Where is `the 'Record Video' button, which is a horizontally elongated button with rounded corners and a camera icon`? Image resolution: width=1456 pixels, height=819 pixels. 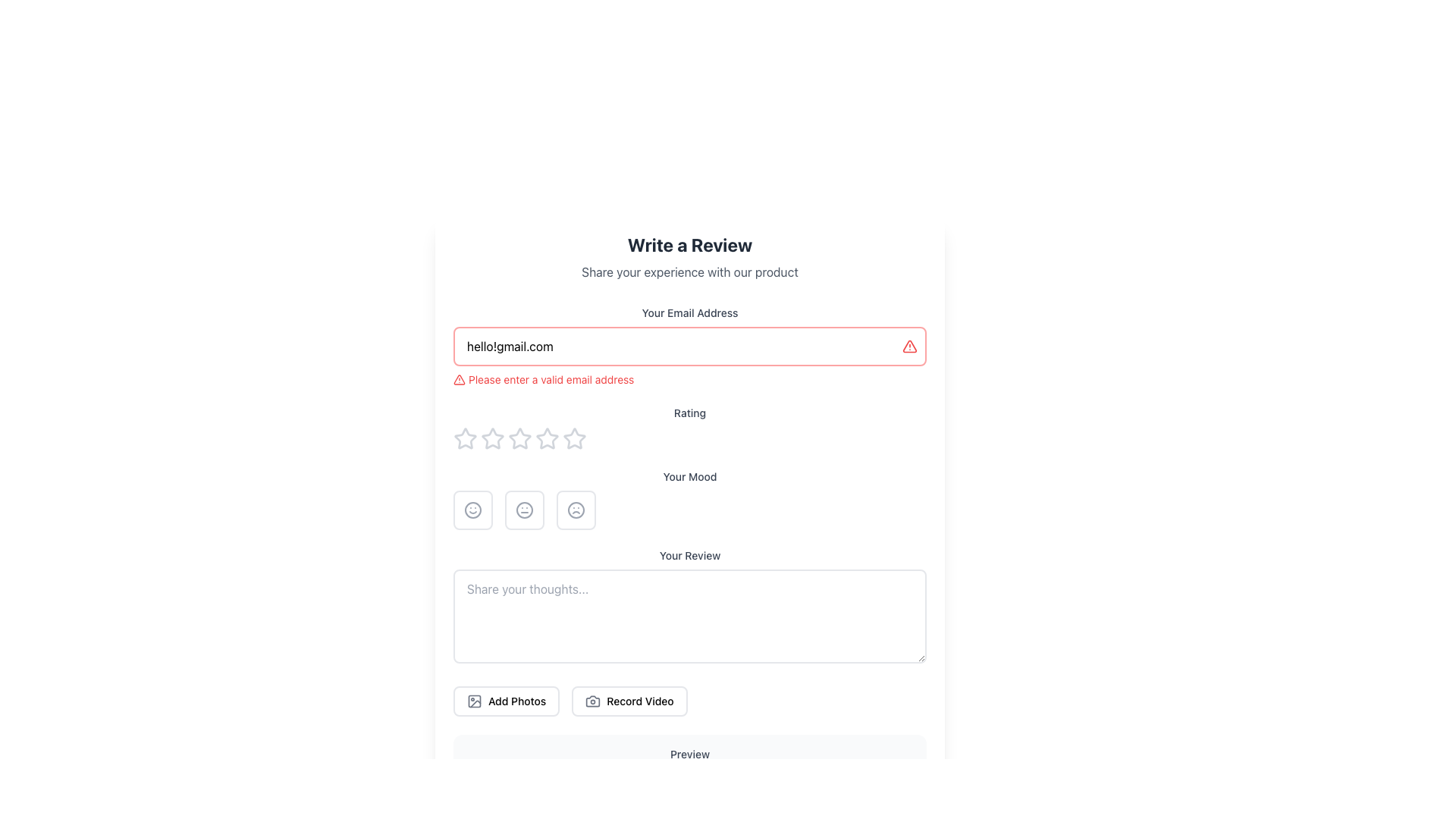 the 'Record Video' button, which is a horizontally elongated button with rounded corners and a camera icon is located at coordinates (629, 701).